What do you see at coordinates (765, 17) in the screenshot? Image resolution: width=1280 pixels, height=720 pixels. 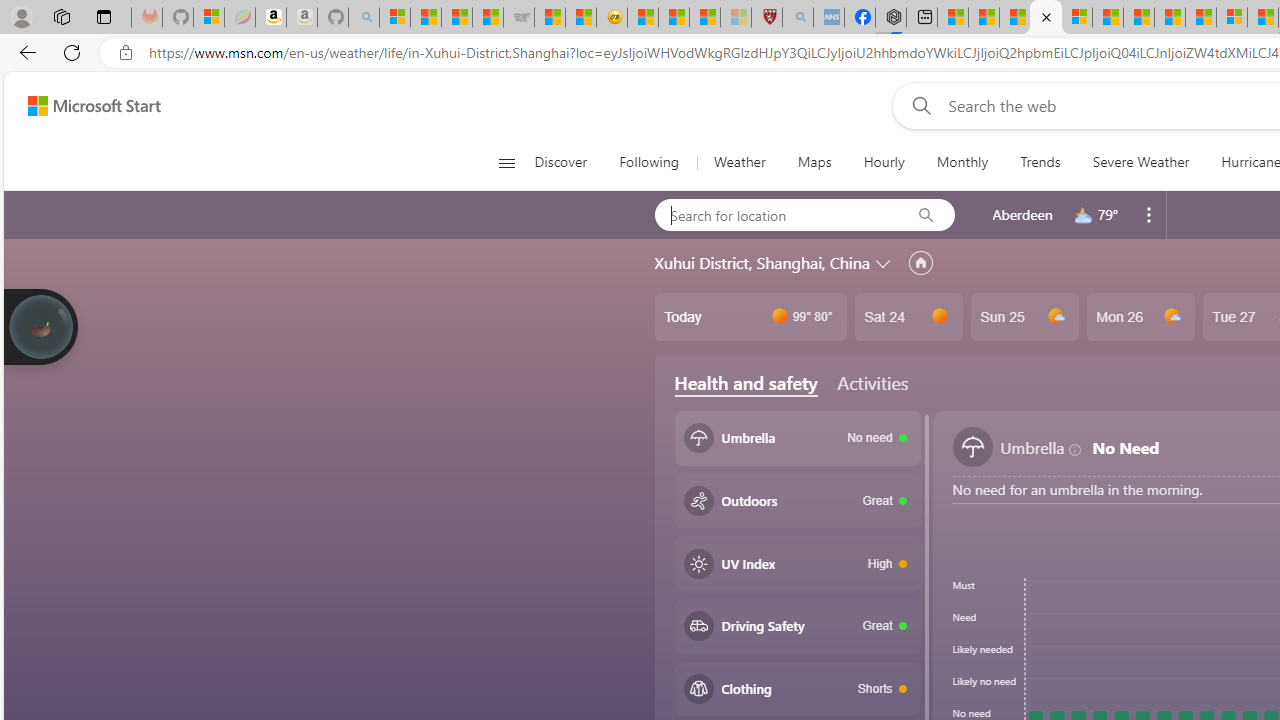 I see `'Robert H. Shmerling, MD - Harvard Health'` at bounding box center [765, 17].